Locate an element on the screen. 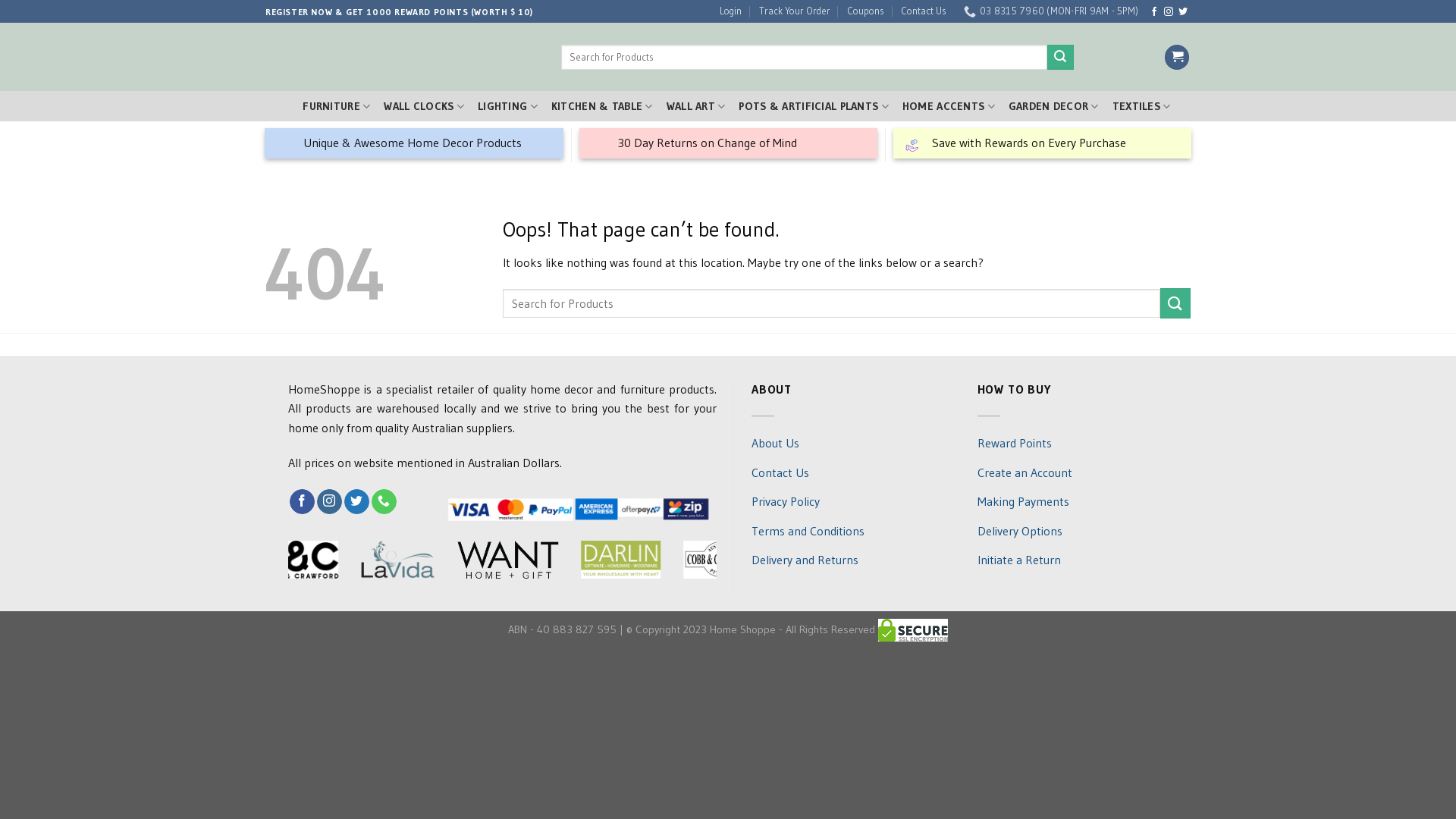 Image resolution: width=1456 pixels, height=819 pixels. 'Privacy Policy' is located at coordinates (751, 502).